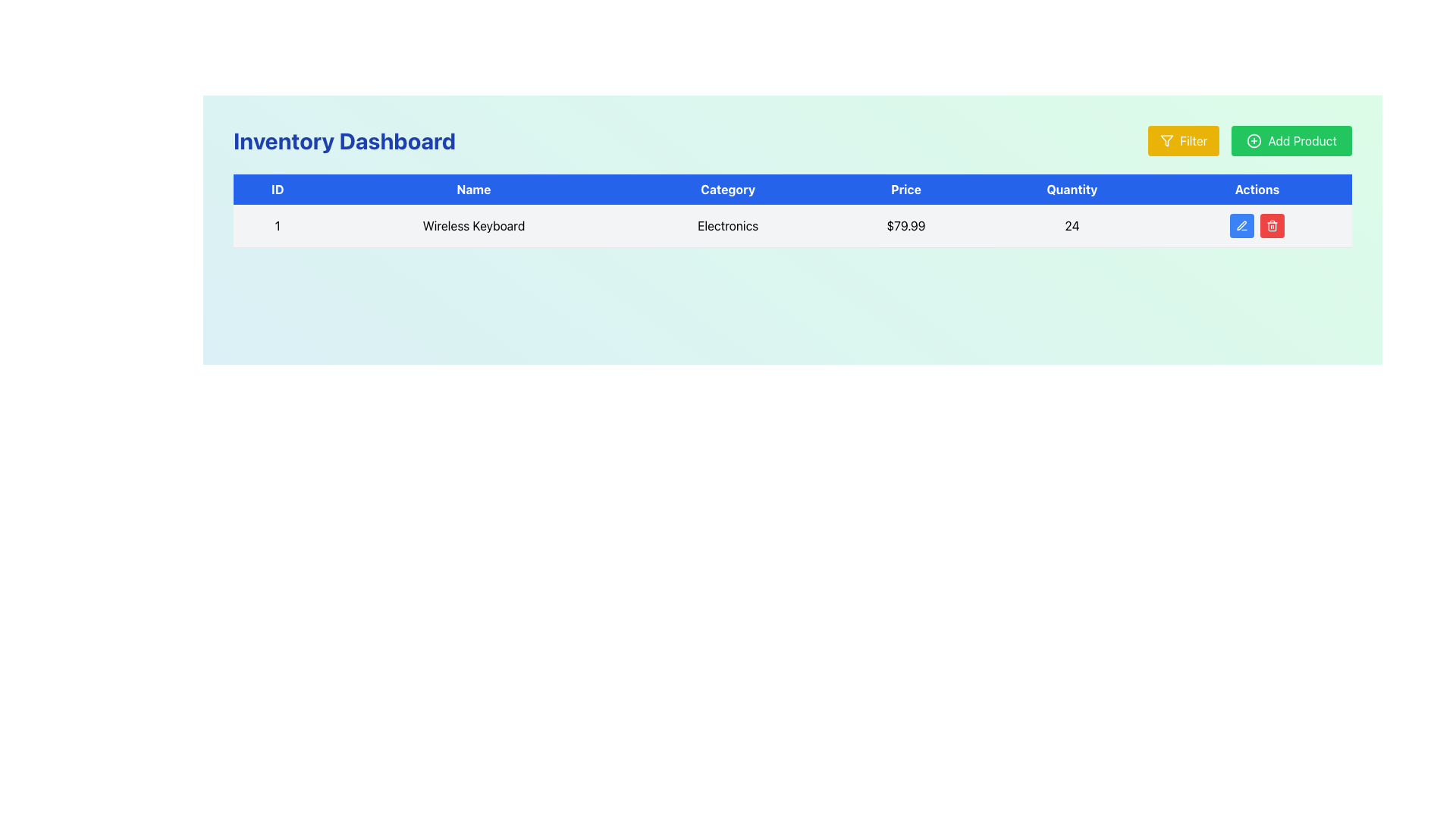 The image size is (1456, 819). Describe the element at coordinates (1183, 140) in the screenshot. I see `the 'Filter' button with a yellow background and white text, located at the top-right corner of the interface, for keyboard navigation` at that location.